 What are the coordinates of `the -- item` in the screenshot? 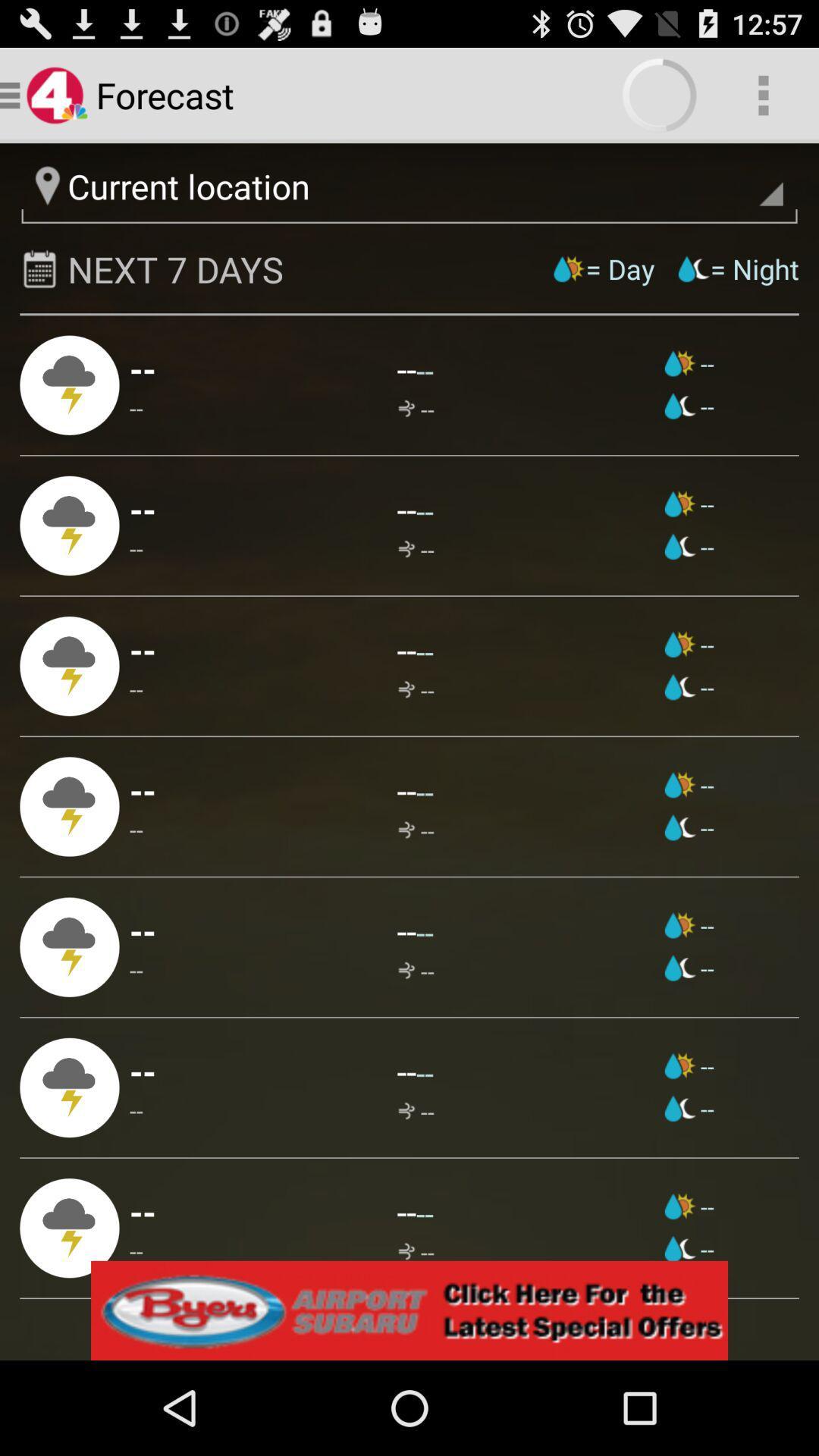 It's located at (406, 369).